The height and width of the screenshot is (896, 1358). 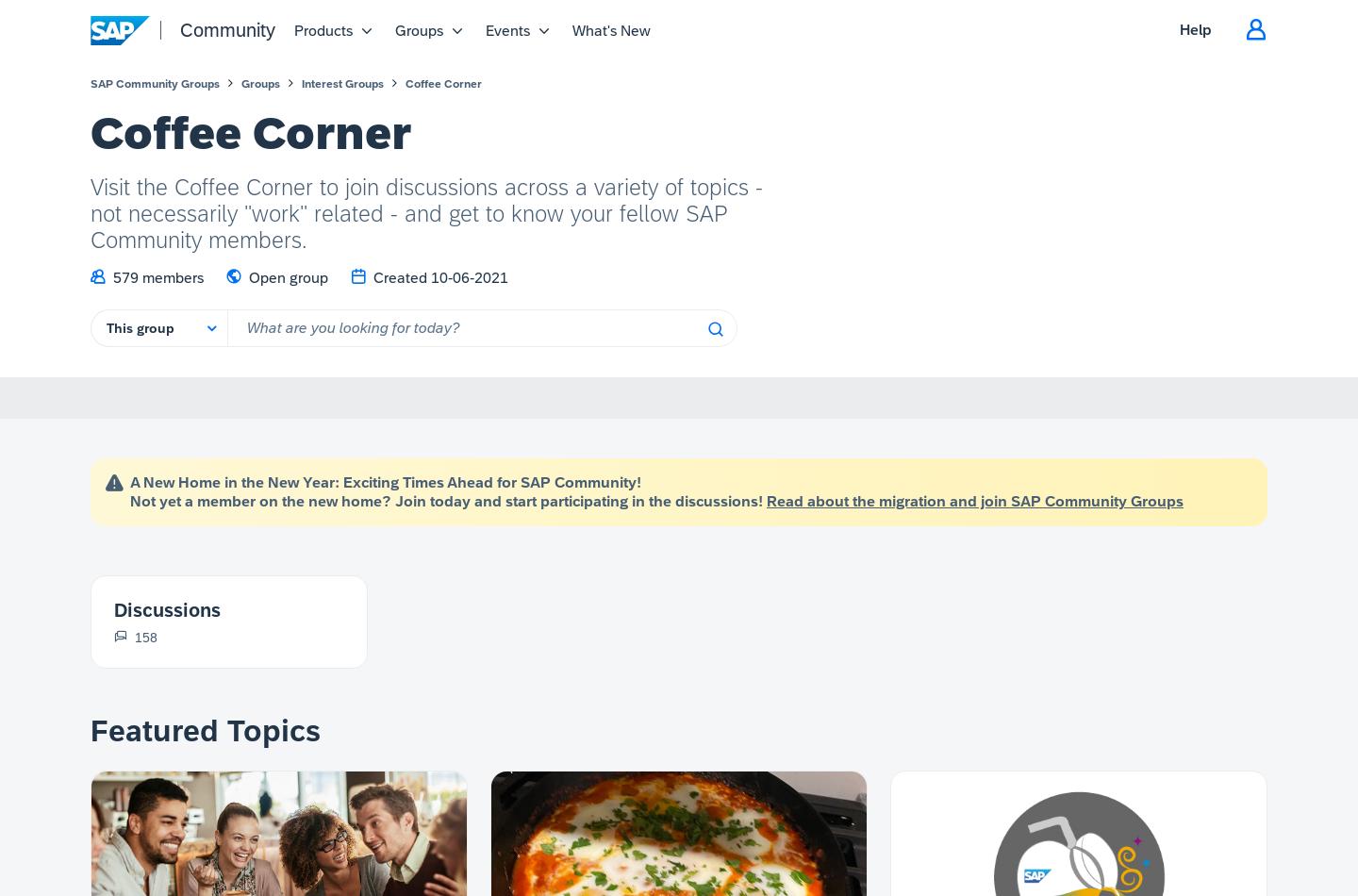 I want to click on 'Not yet a member on the new home? Join today and start participating in the discussions!', so click(x=448, y=501).